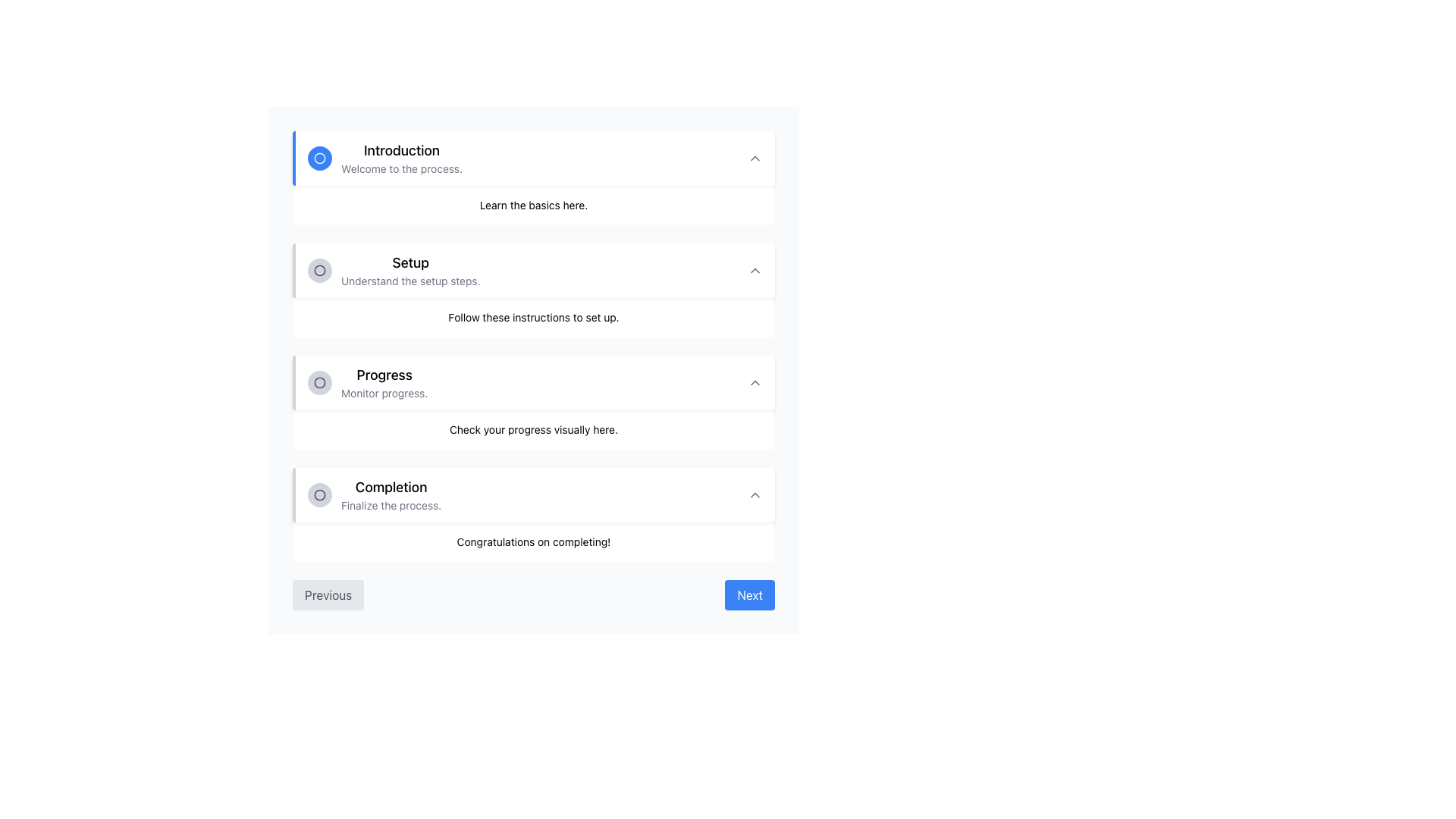 Image resolution: width=1456 pixels, height=819 pixels. Describe the element at coordinates (755, 382) in the screenshot. I see `the upward-facing chevron icon in the 'Progress' section` at that location.